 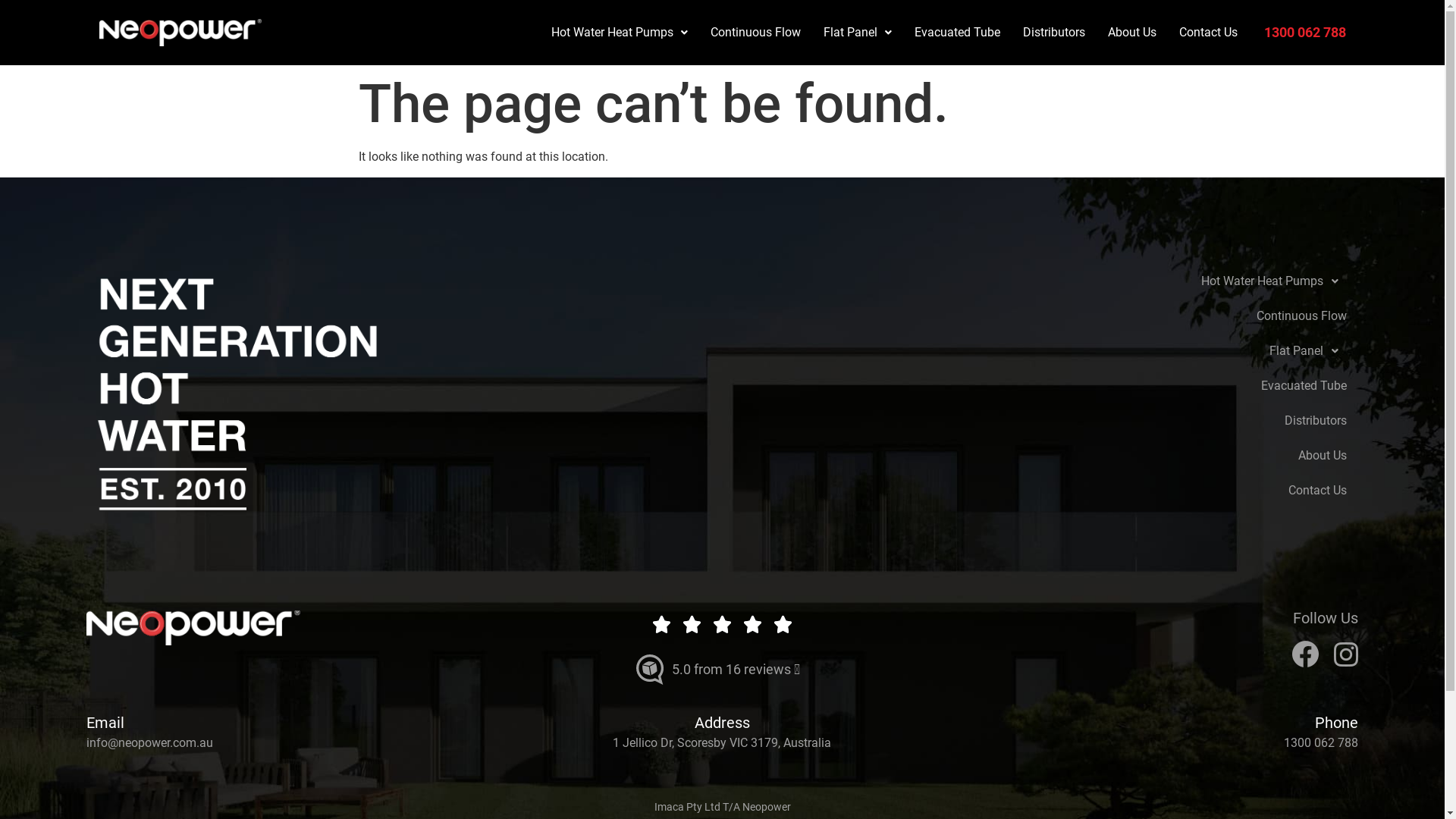 I want to click on 'About Us', so click(x=1256, y=455).